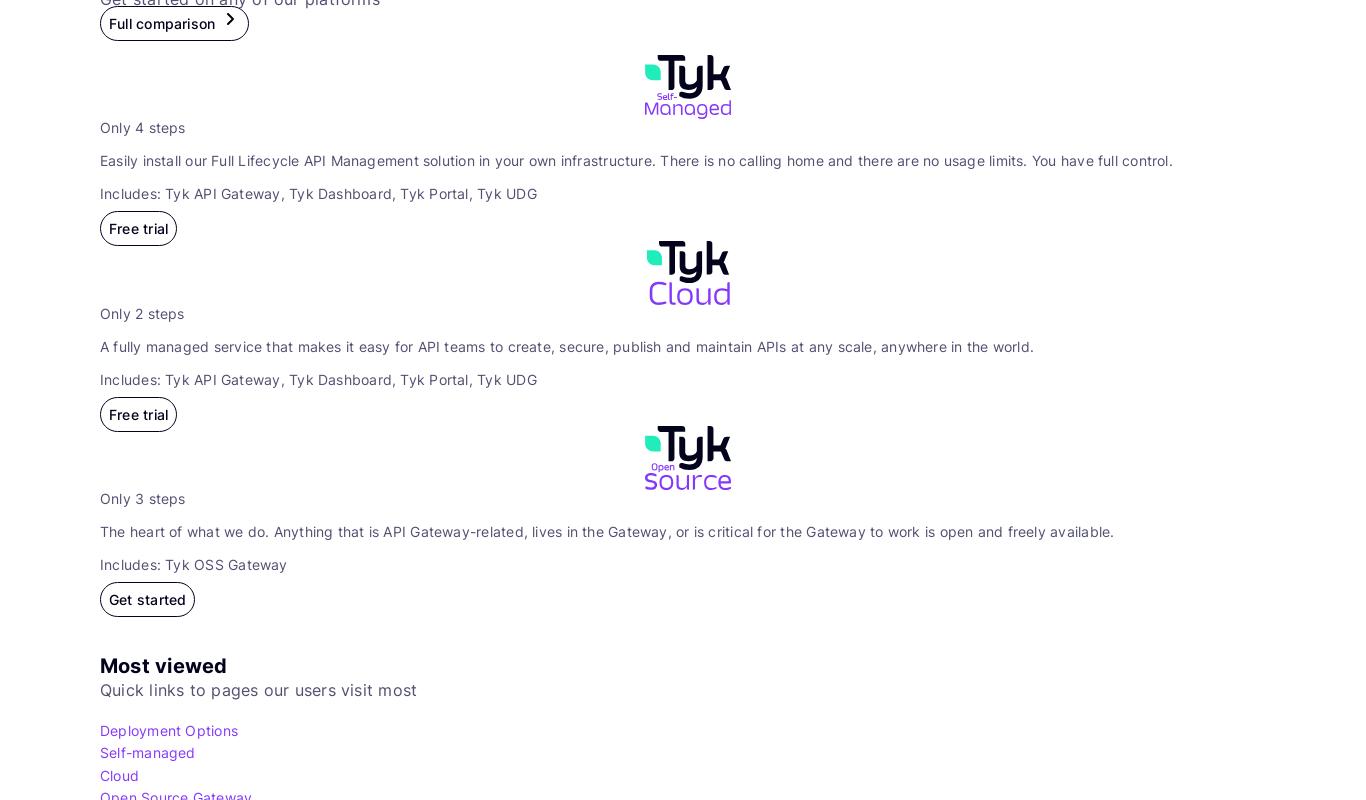 The width and height of the screenshot is (1366, 800). I want to click on 'Most viewed', so click(99, 664).